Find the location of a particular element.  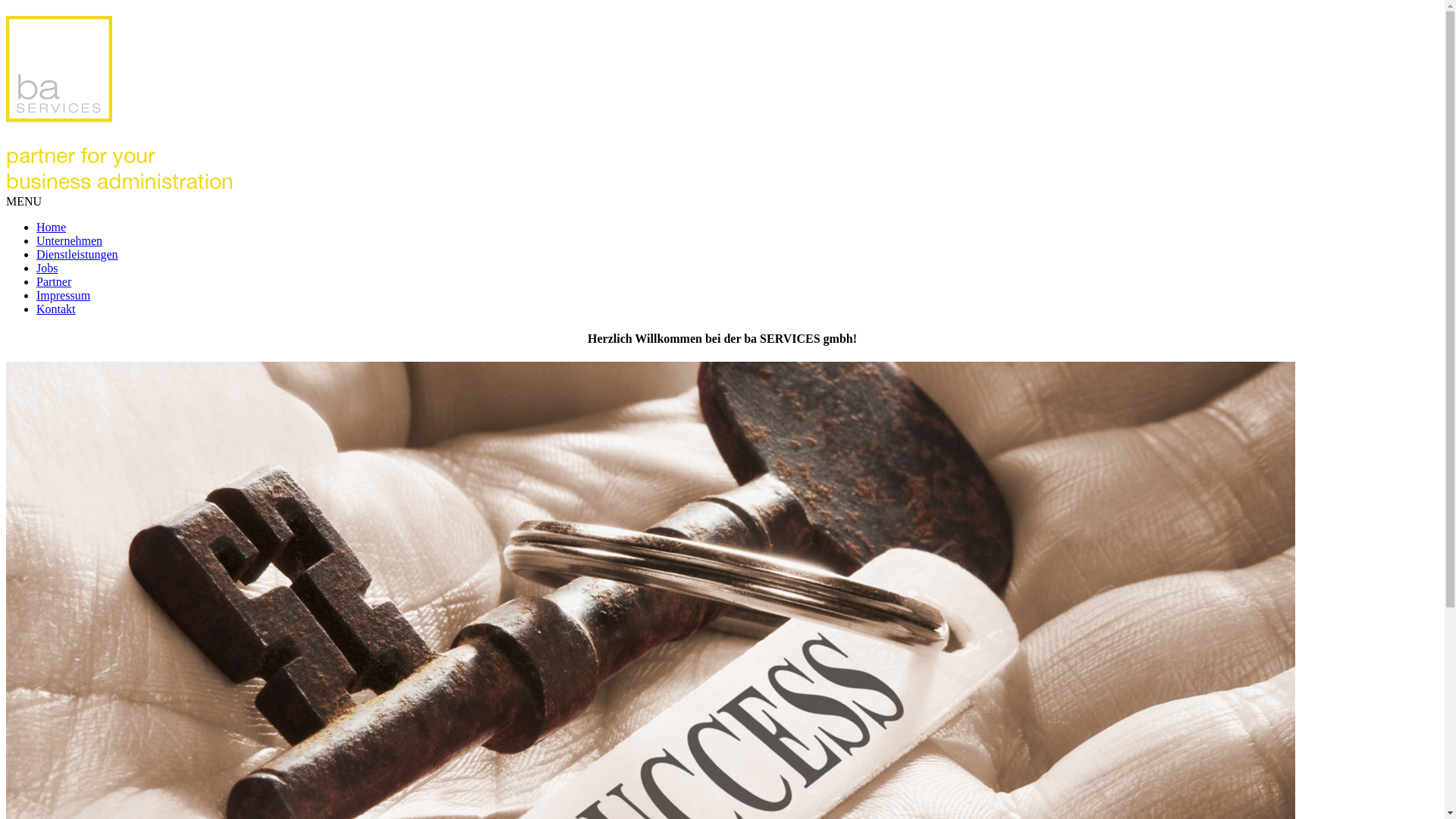

'Impressum' is located at coordinates (62, 295).